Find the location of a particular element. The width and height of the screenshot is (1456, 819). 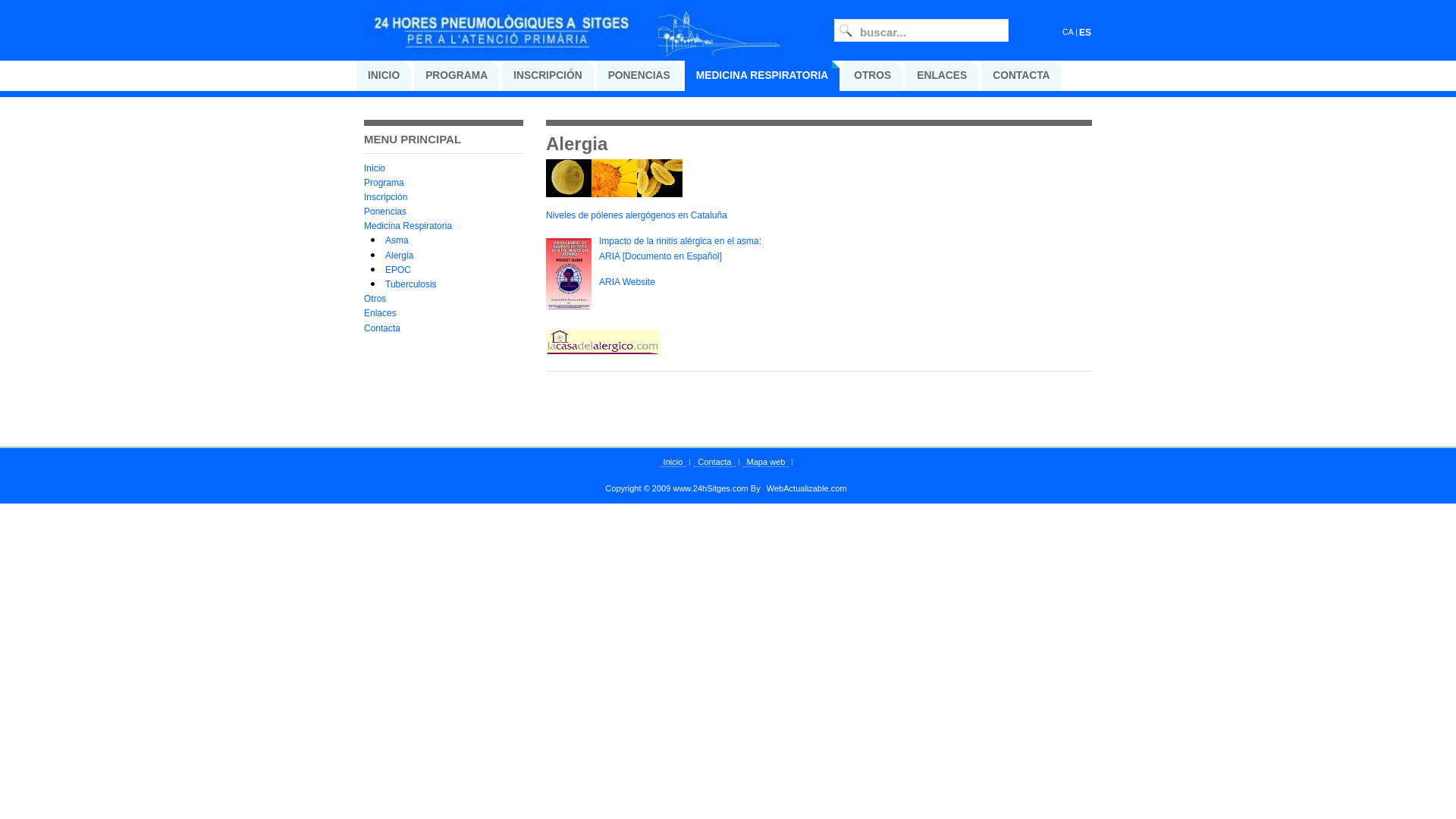

'24hsitges.com' is located at coordinates (576, 40).